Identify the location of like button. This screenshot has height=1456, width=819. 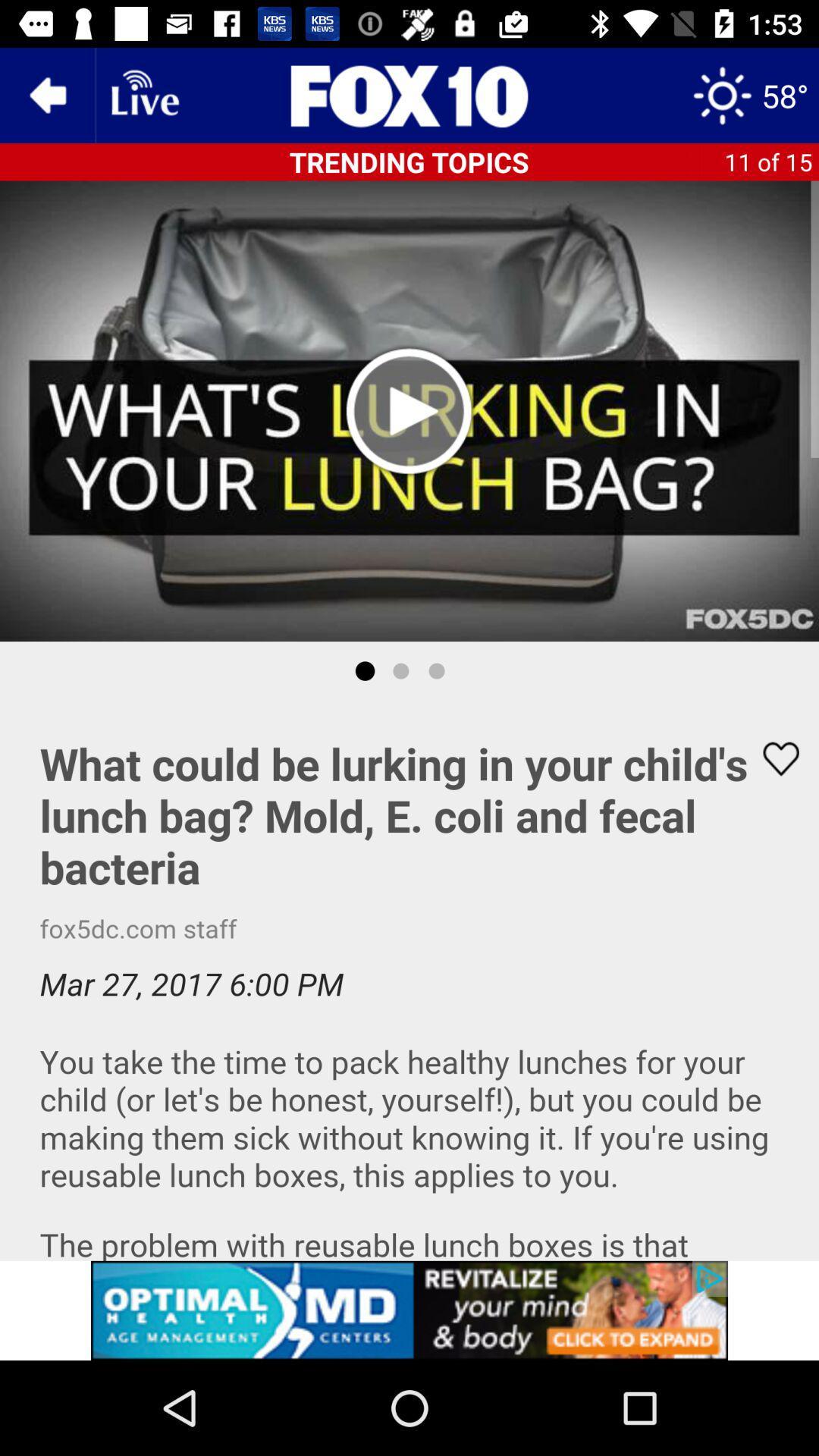
(771, 758).